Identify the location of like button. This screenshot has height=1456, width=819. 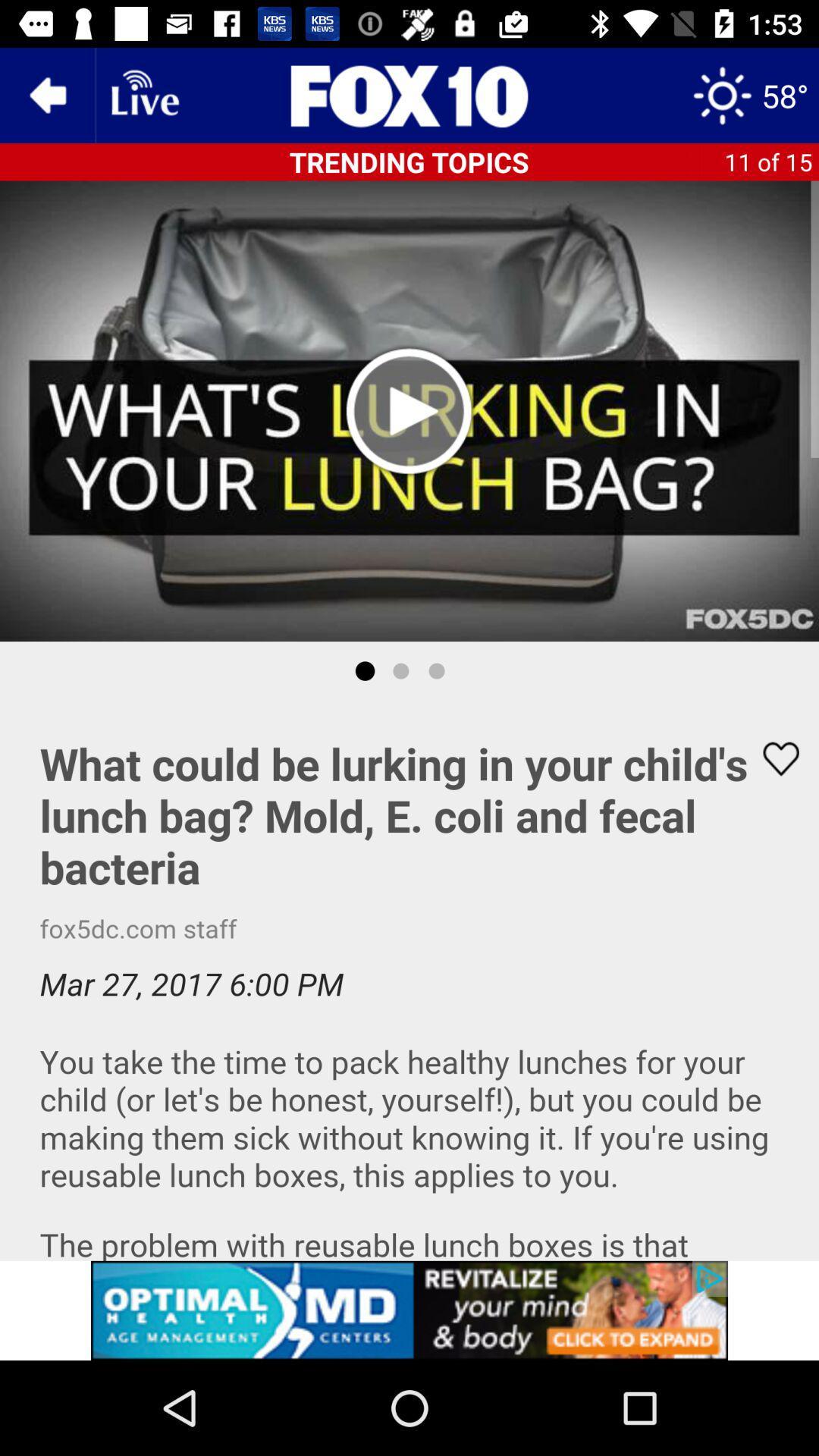
(771, 758).